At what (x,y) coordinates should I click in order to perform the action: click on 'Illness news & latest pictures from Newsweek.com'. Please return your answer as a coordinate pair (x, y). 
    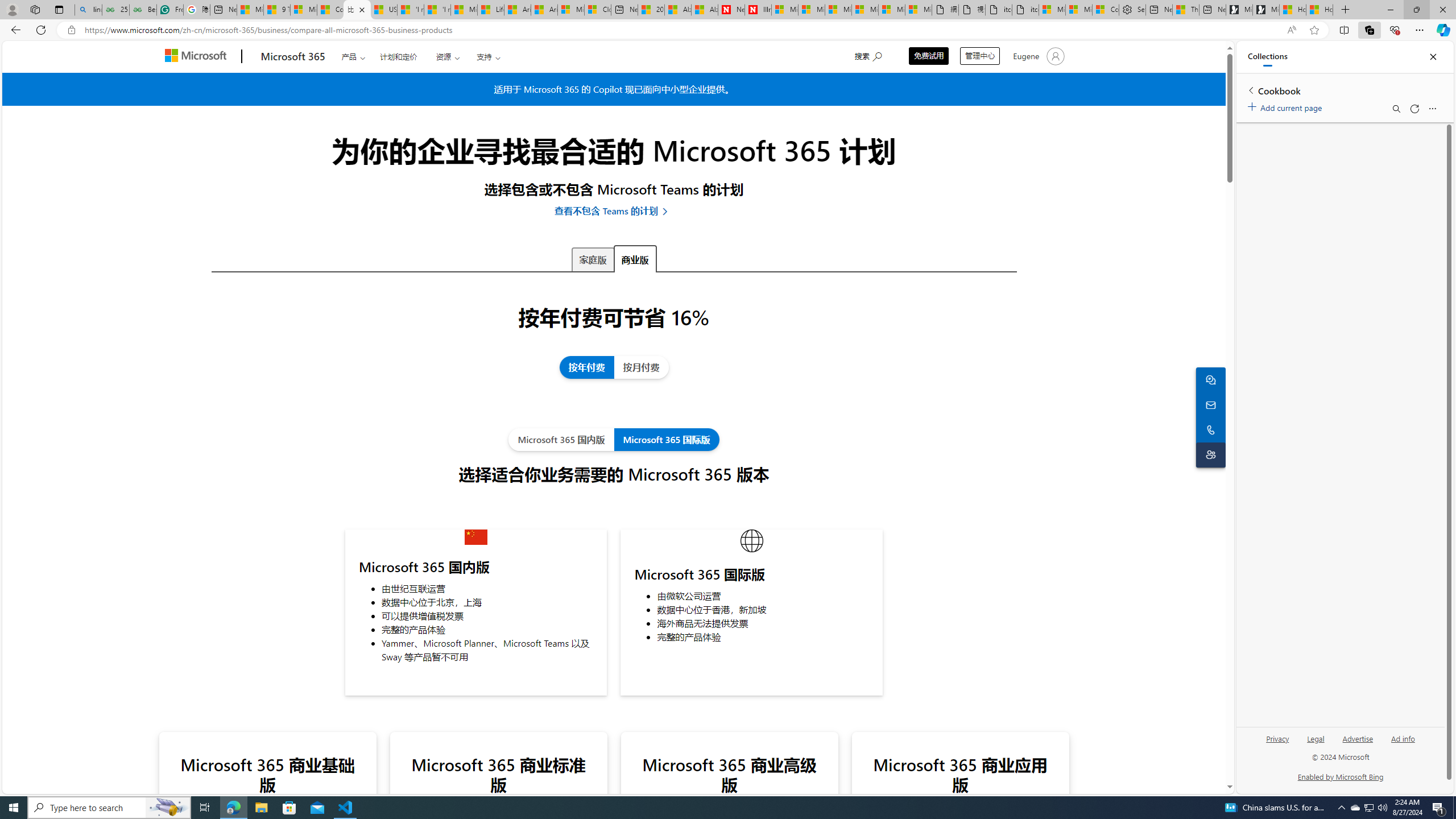
    Looking at the image, I should click on (758, 9).